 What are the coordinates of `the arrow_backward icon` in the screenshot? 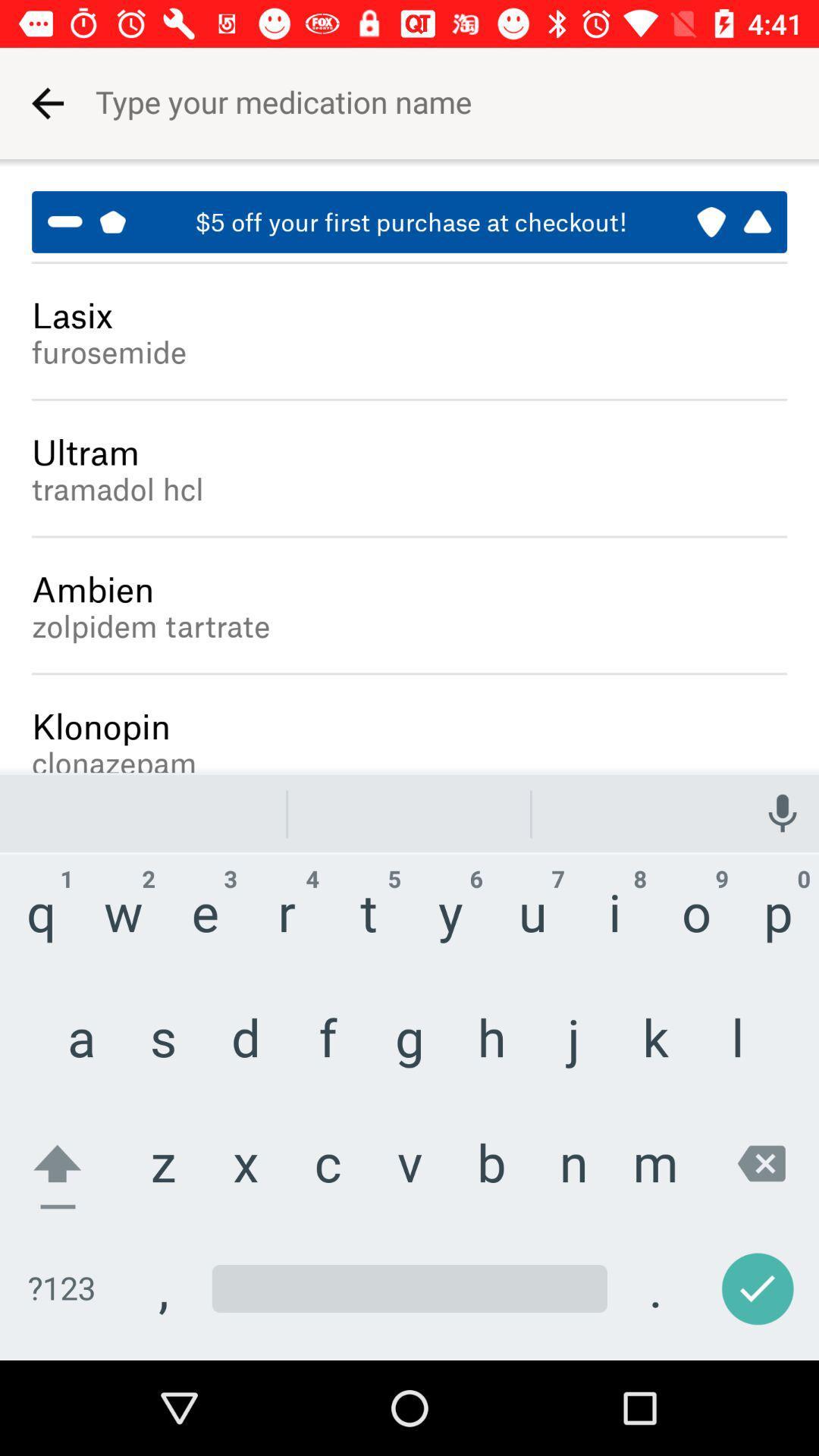 It's located at (45, 93).